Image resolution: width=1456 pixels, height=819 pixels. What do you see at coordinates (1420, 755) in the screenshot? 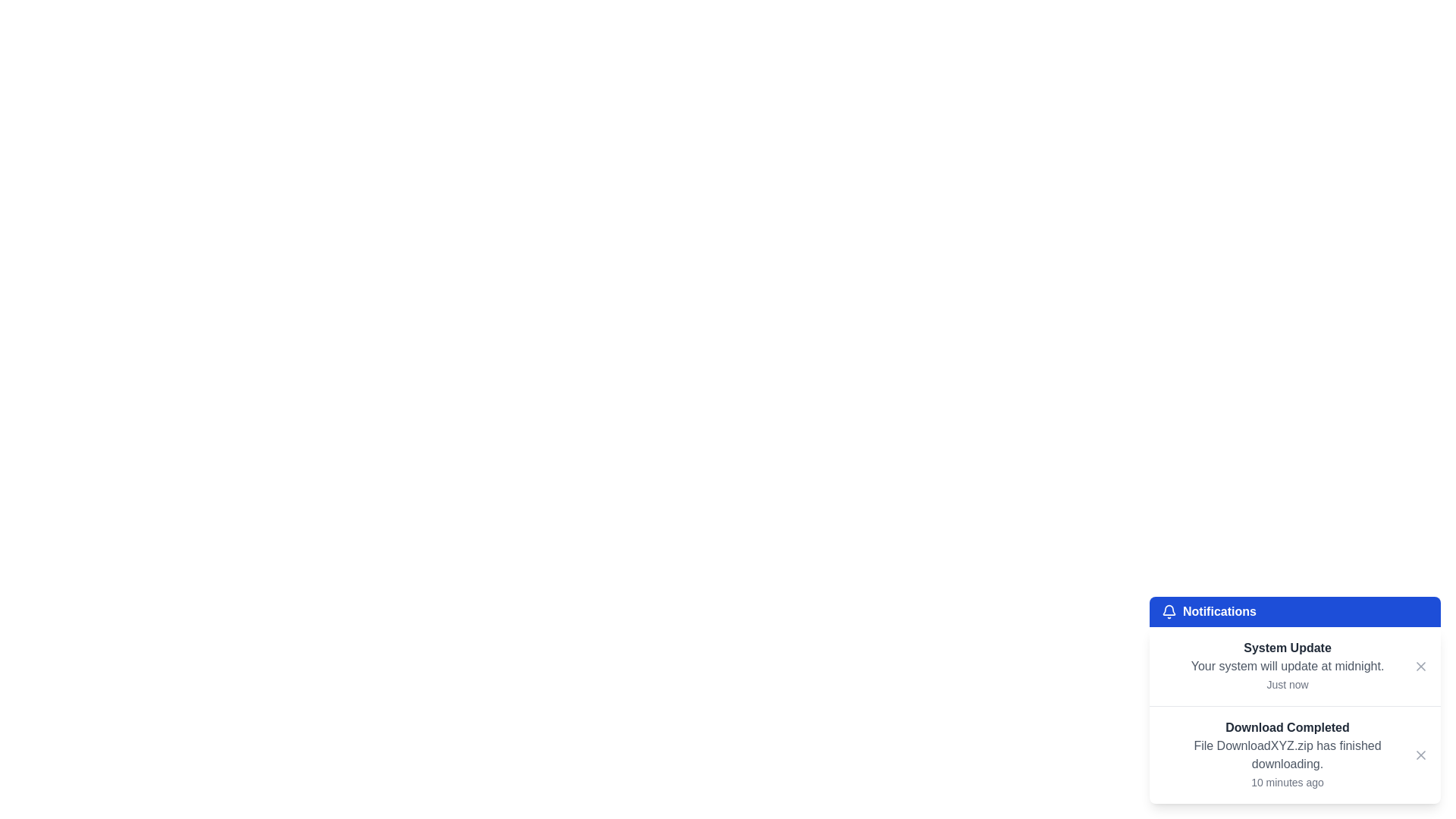
I see `the gray 'X' icon button located at the far-right end of the 'Download Completed' notification card` at bounding box center [1420, 755].